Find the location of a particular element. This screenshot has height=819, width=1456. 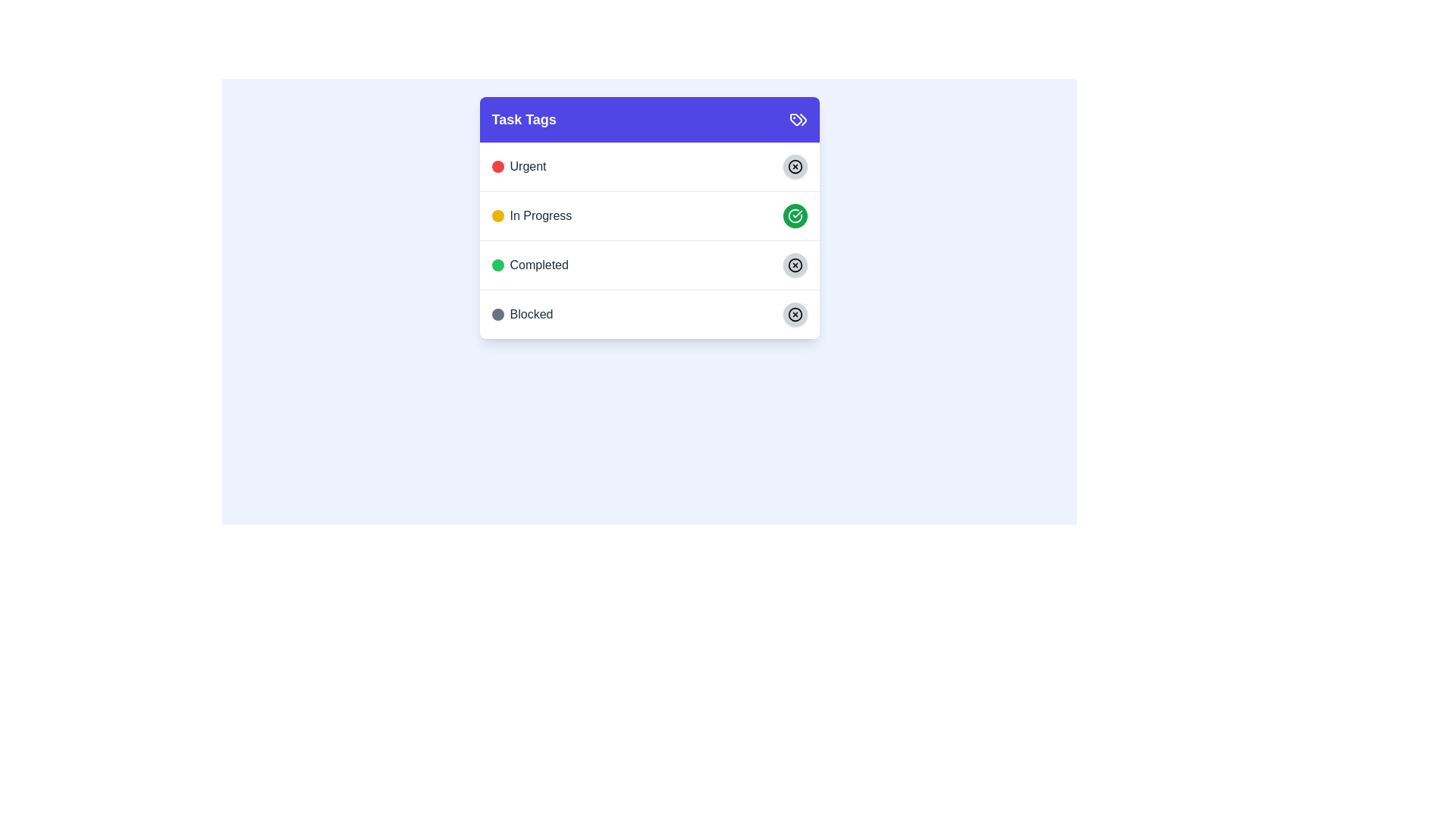

the tag-shaped icon located at the top right of the 'Task Tags' section is located at coordinates (797, 119).